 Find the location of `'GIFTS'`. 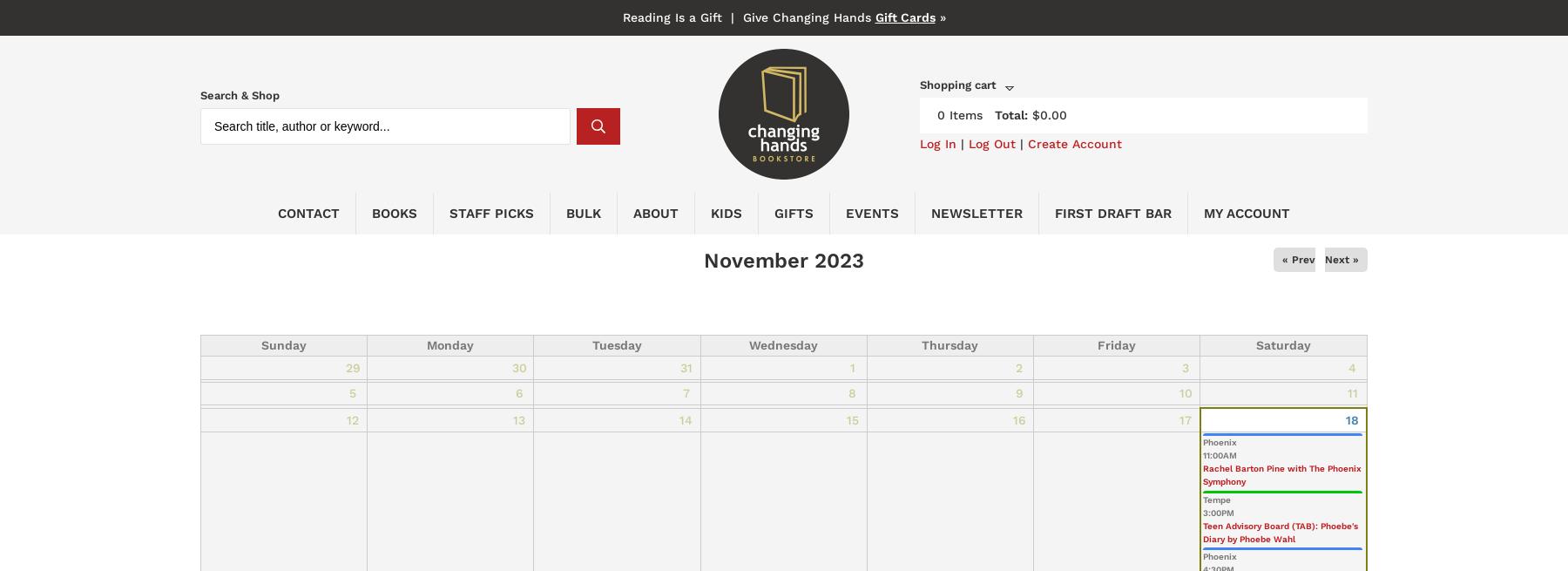

'GIFTS' is located at coordinates (793, 212).